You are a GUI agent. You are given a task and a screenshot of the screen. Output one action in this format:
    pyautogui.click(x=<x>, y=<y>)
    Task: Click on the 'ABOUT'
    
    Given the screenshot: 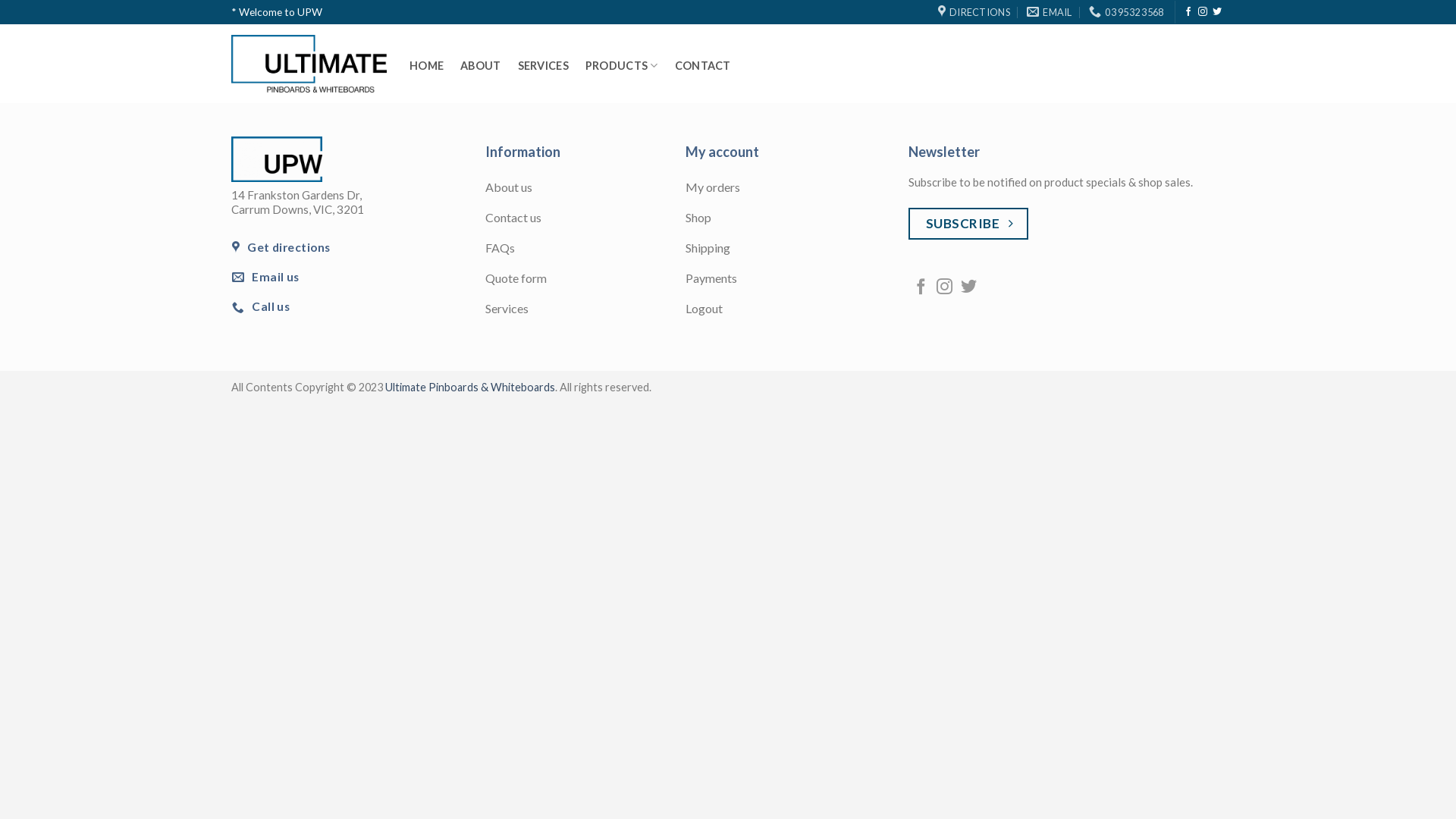 What is the action you would take?
    pyautogui.click(x=479, y=65)
    